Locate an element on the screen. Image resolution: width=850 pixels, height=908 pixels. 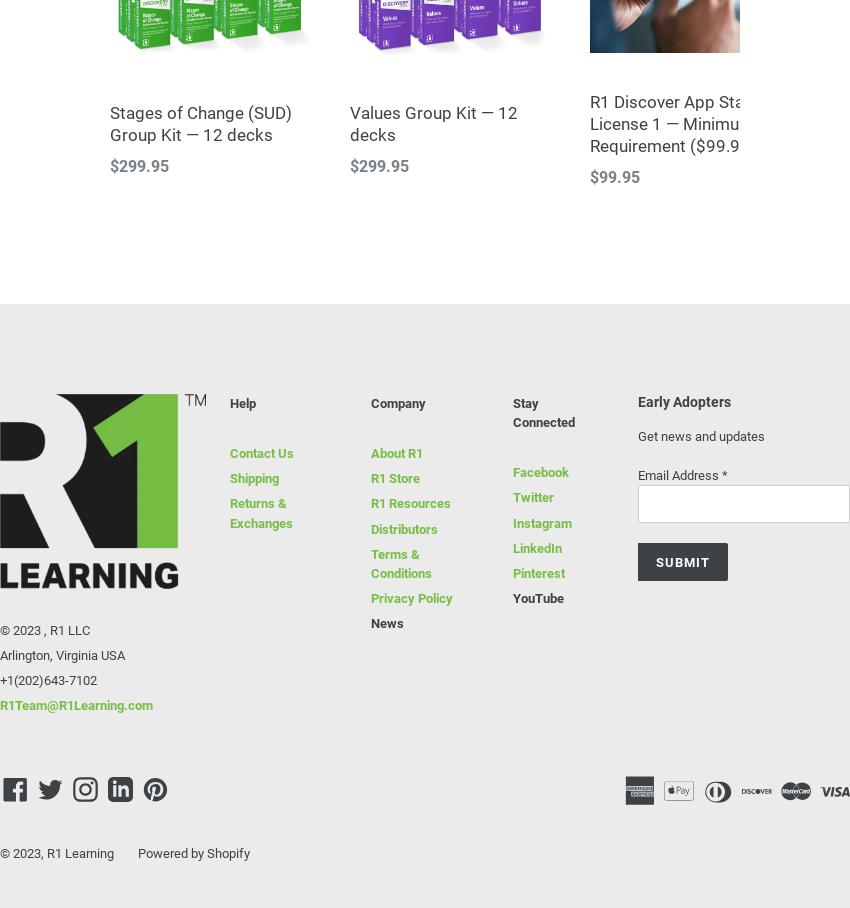
'R1 Resources' is located at coordinates (370, 503).